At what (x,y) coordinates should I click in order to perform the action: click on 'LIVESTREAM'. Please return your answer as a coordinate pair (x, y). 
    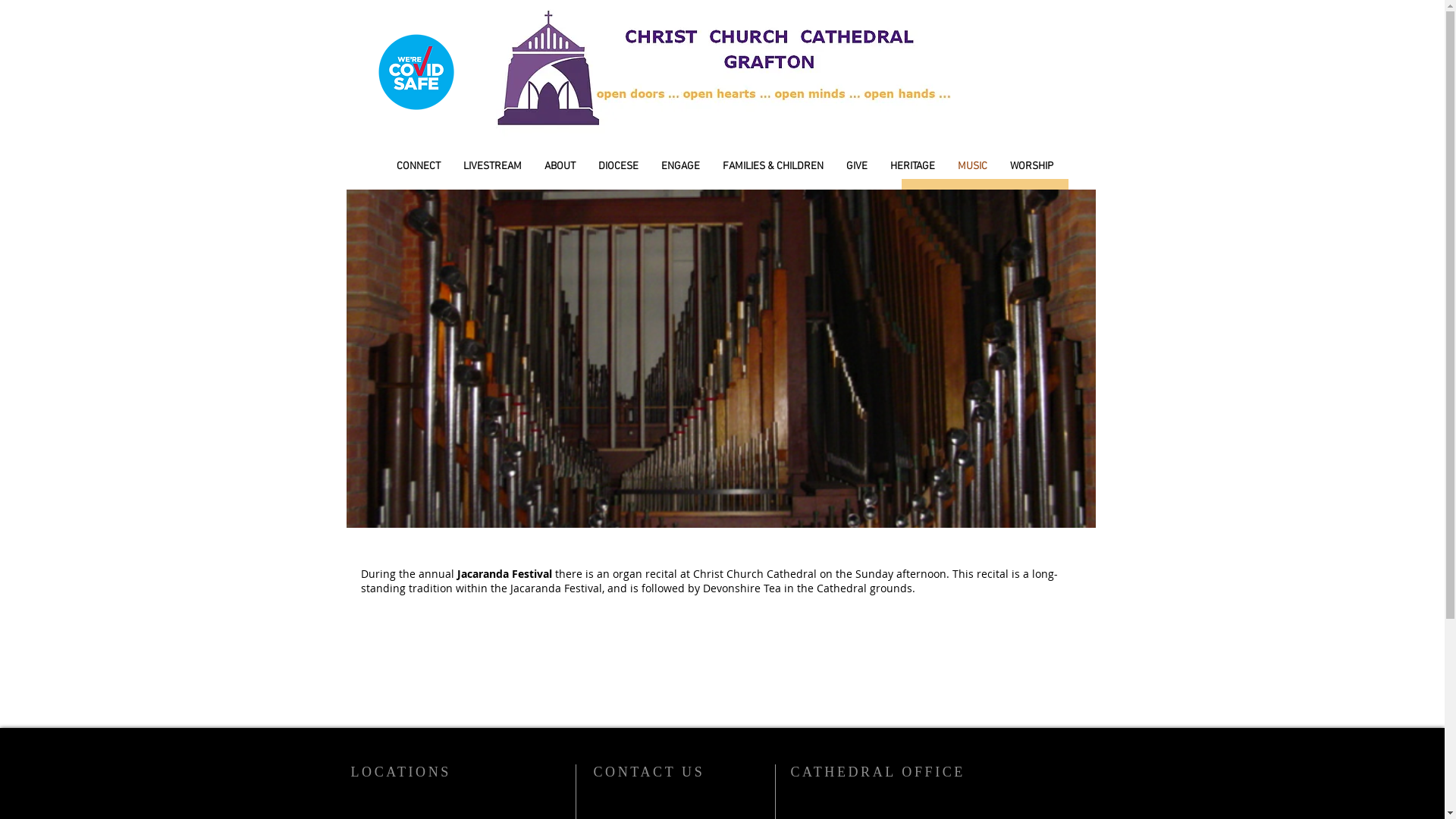
    Looking at the image, I should click on (492, 166).